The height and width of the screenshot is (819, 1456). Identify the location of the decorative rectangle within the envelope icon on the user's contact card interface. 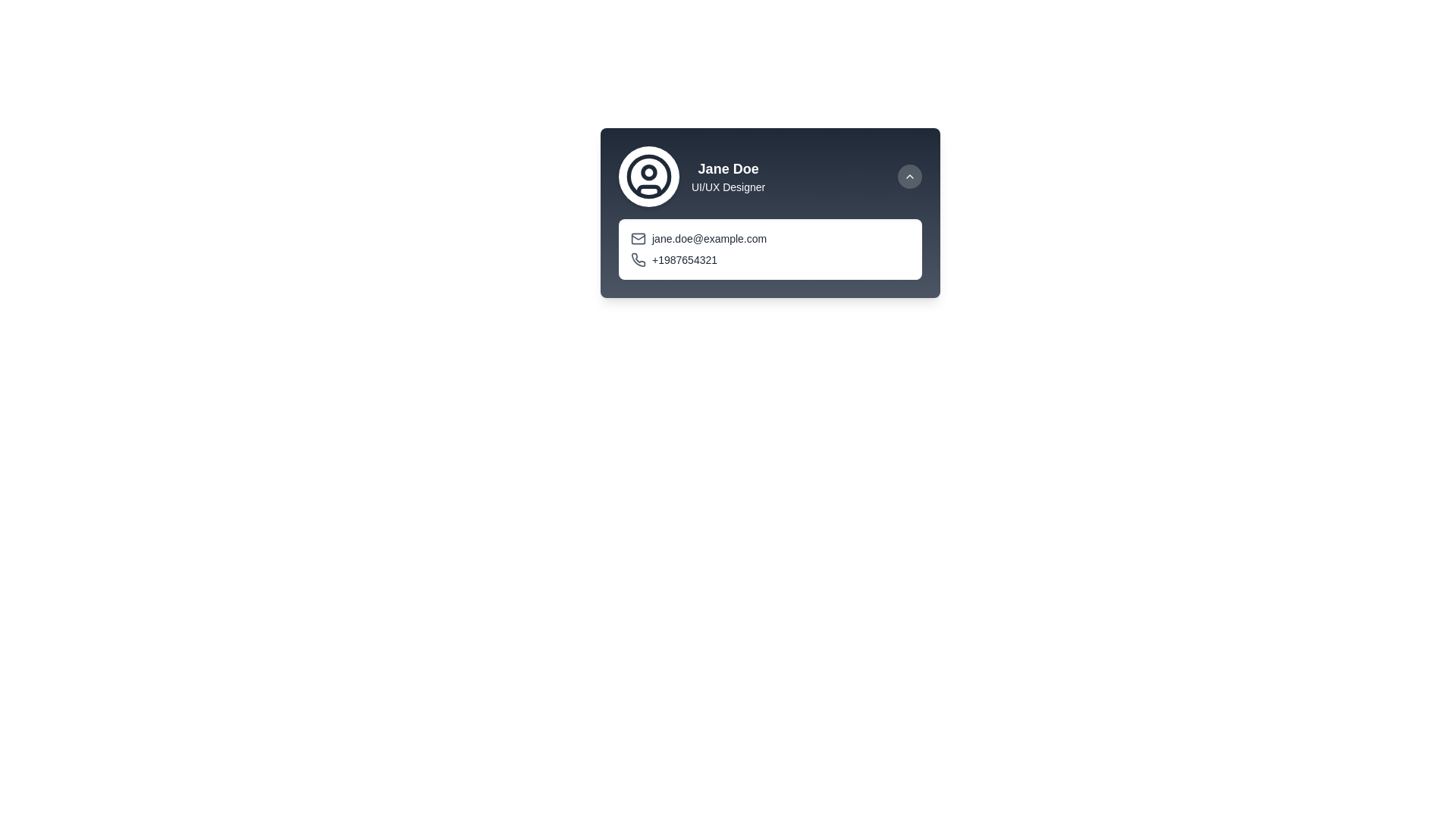
(638, 239).